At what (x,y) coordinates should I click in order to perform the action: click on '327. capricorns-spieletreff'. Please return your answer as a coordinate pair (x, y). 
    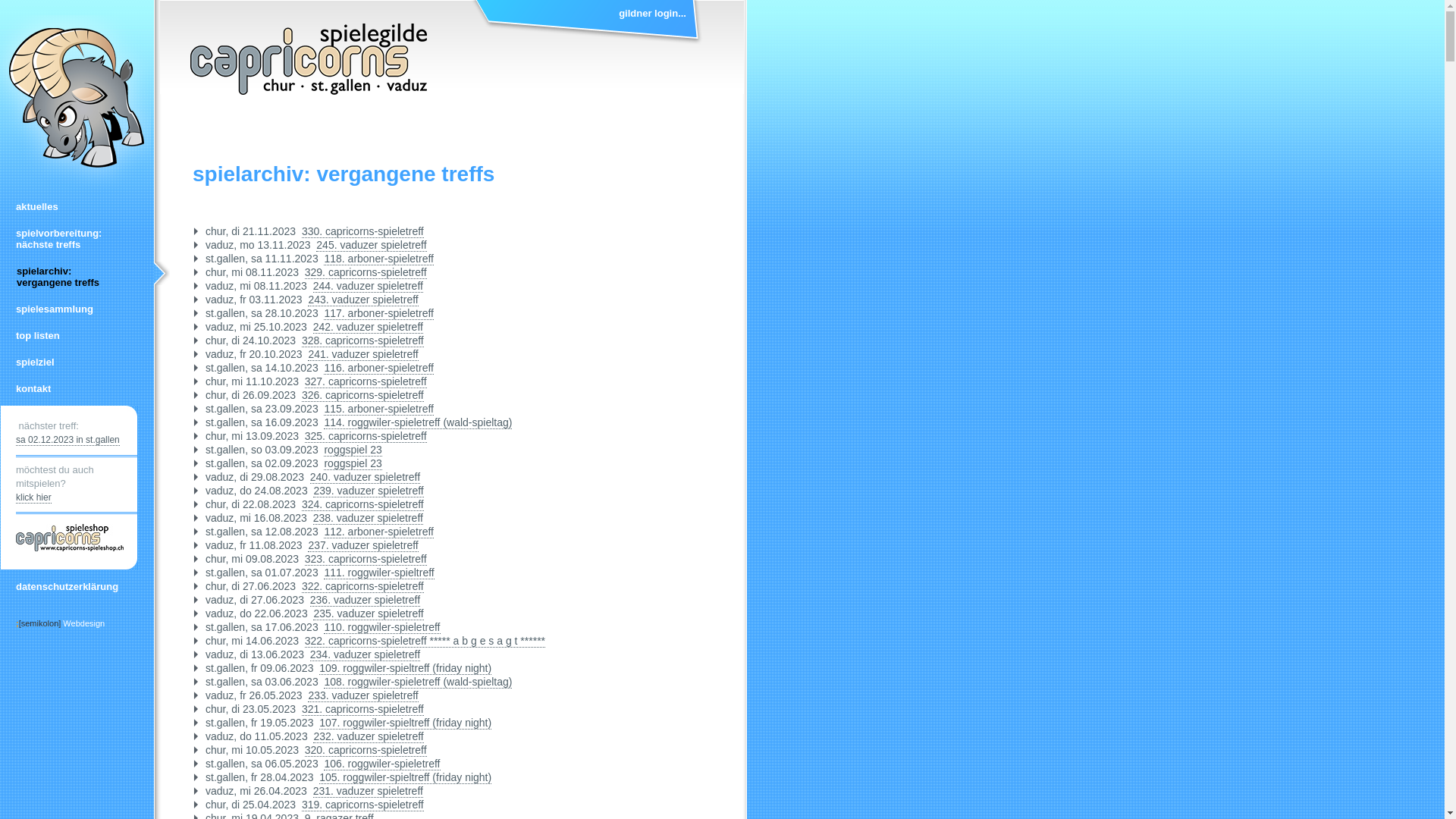
    Looking at the image, I should click on (366, 381).